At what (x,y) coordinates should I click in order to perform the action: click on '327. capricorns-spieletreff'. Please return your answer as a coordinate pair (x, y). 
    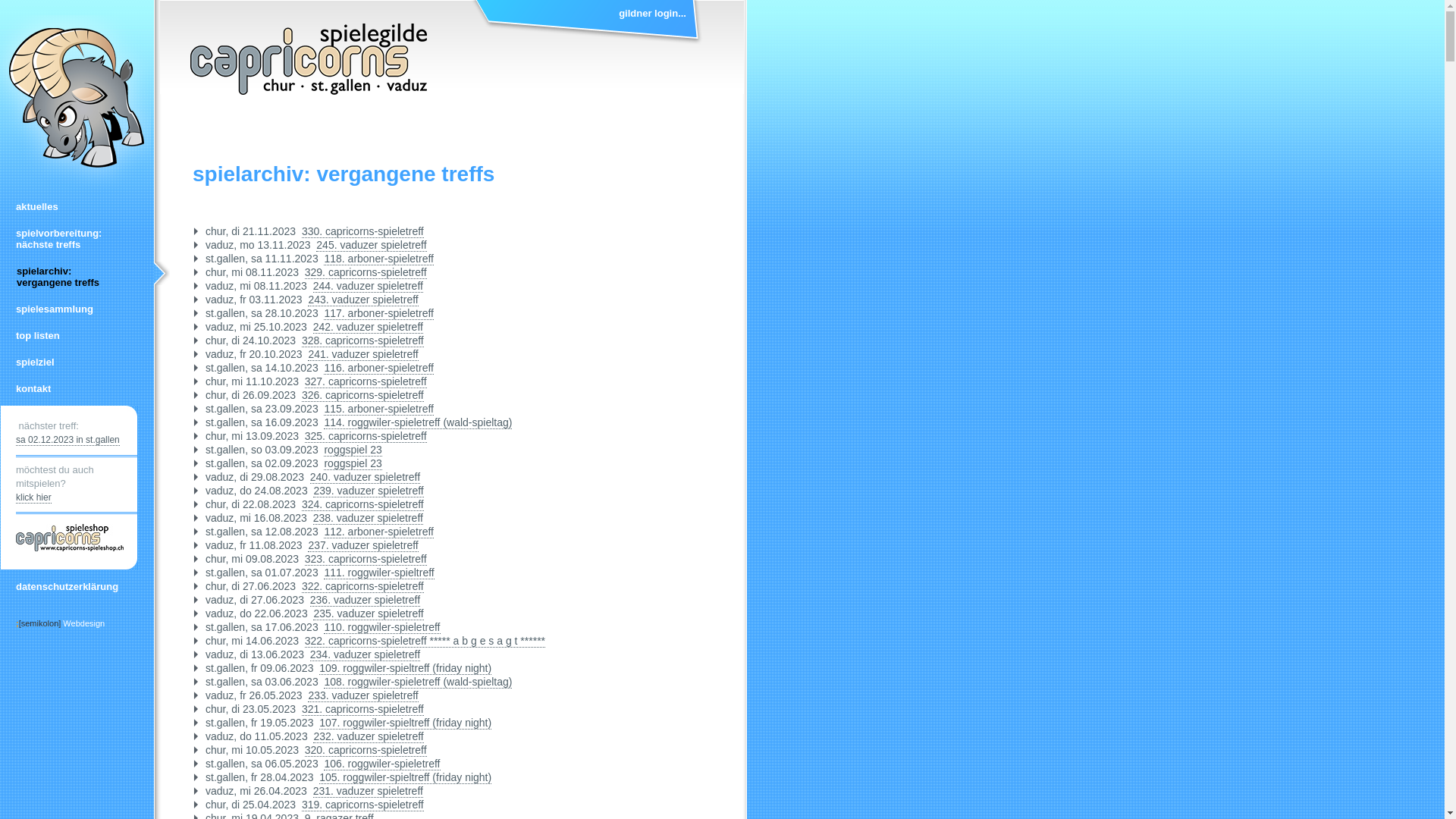
    Looking at the image, I should click on (366, 381).